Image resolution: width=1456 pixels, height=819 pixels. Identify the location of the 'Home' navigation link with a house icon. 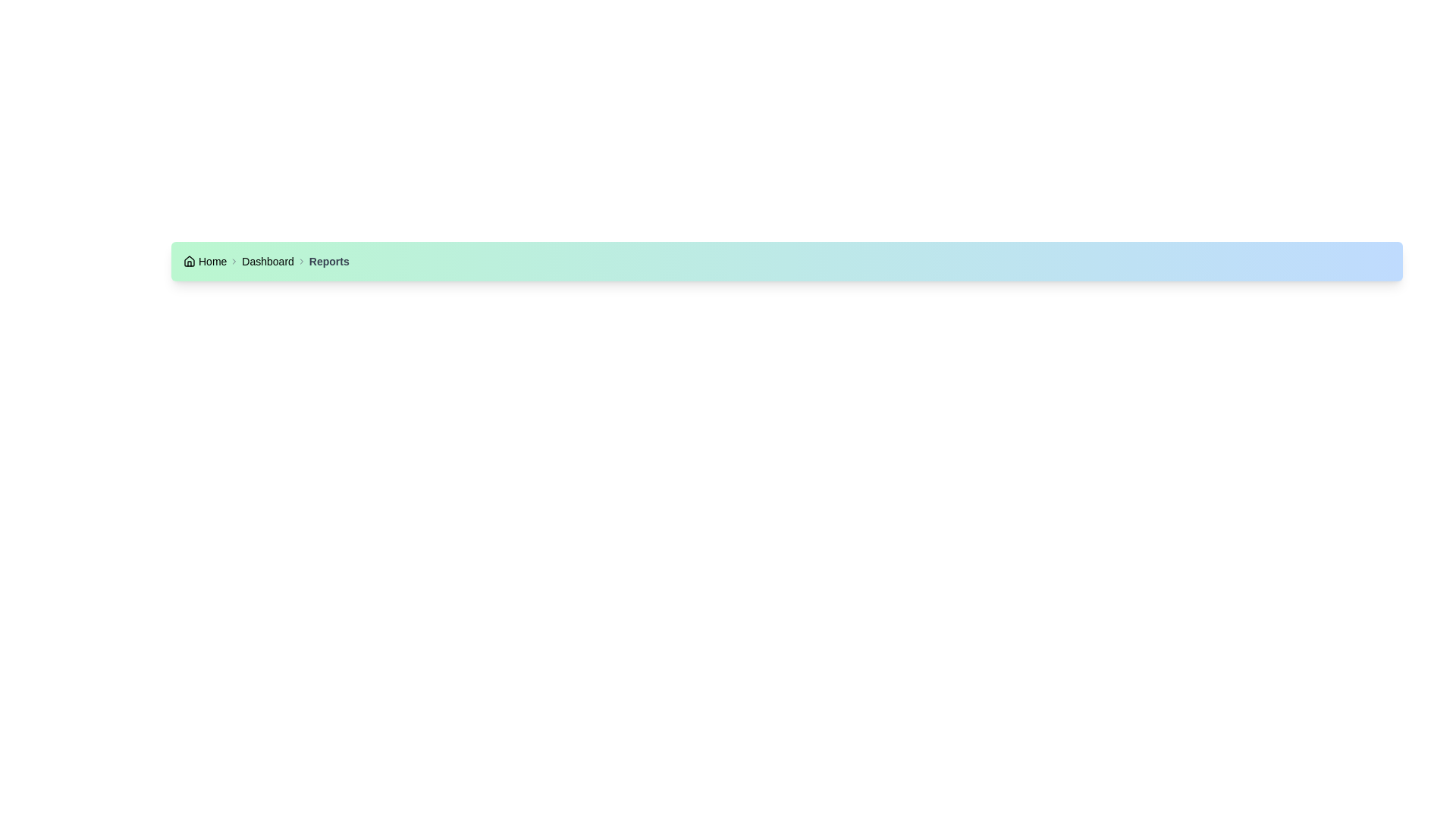
(204, 260).